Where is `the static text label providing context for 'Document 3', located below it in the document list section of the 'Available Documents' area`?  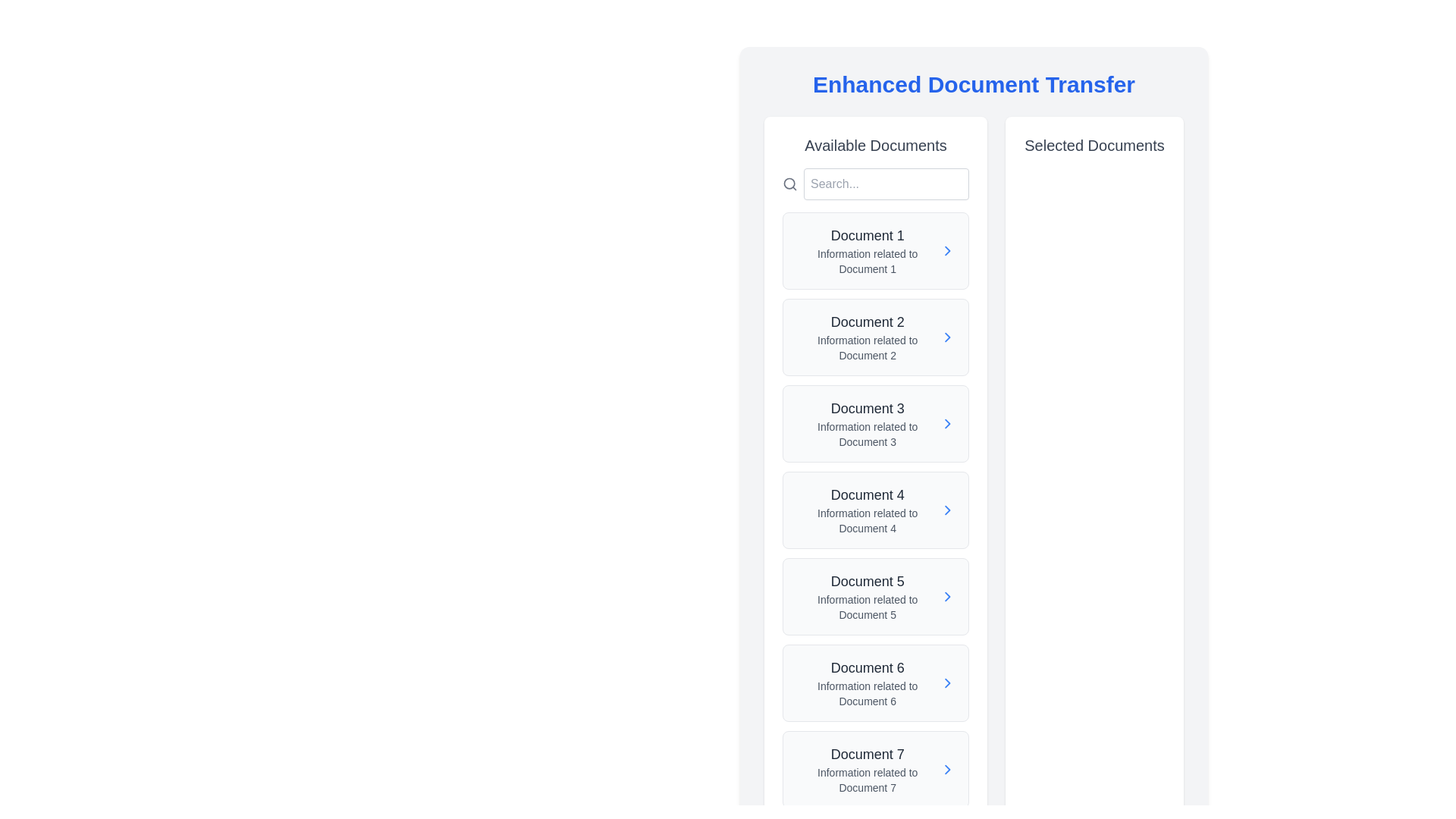 the static text label providing context for 'Document 3', located below it in the document list section of the 'Available Documents' area is located at coordinates (868, 435).